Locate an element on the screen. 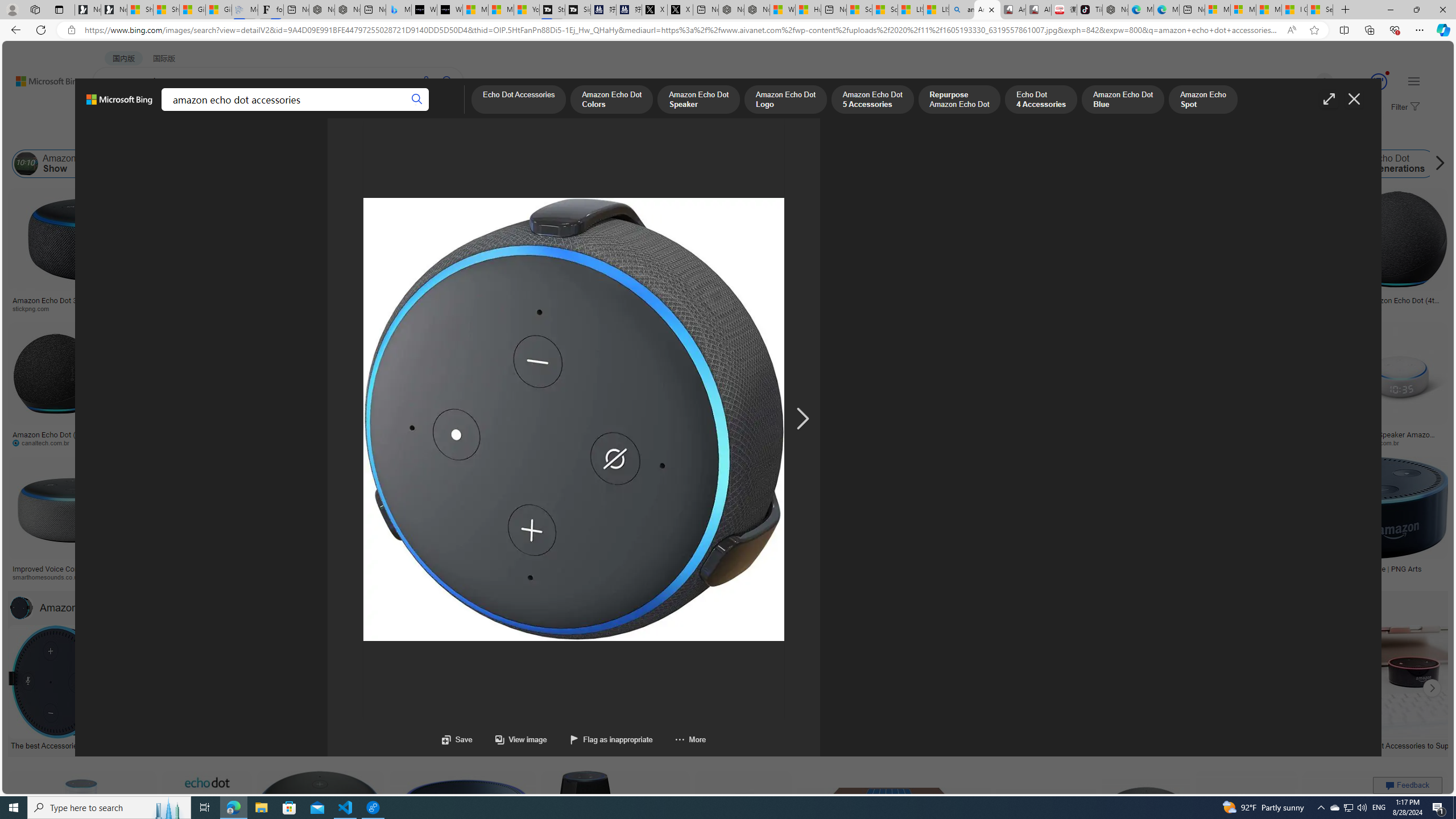 This screenshot has height=819, width=1456. 'Huge shark washes ashore at New York City beach | Watch' is located at coordinates (807, 9).